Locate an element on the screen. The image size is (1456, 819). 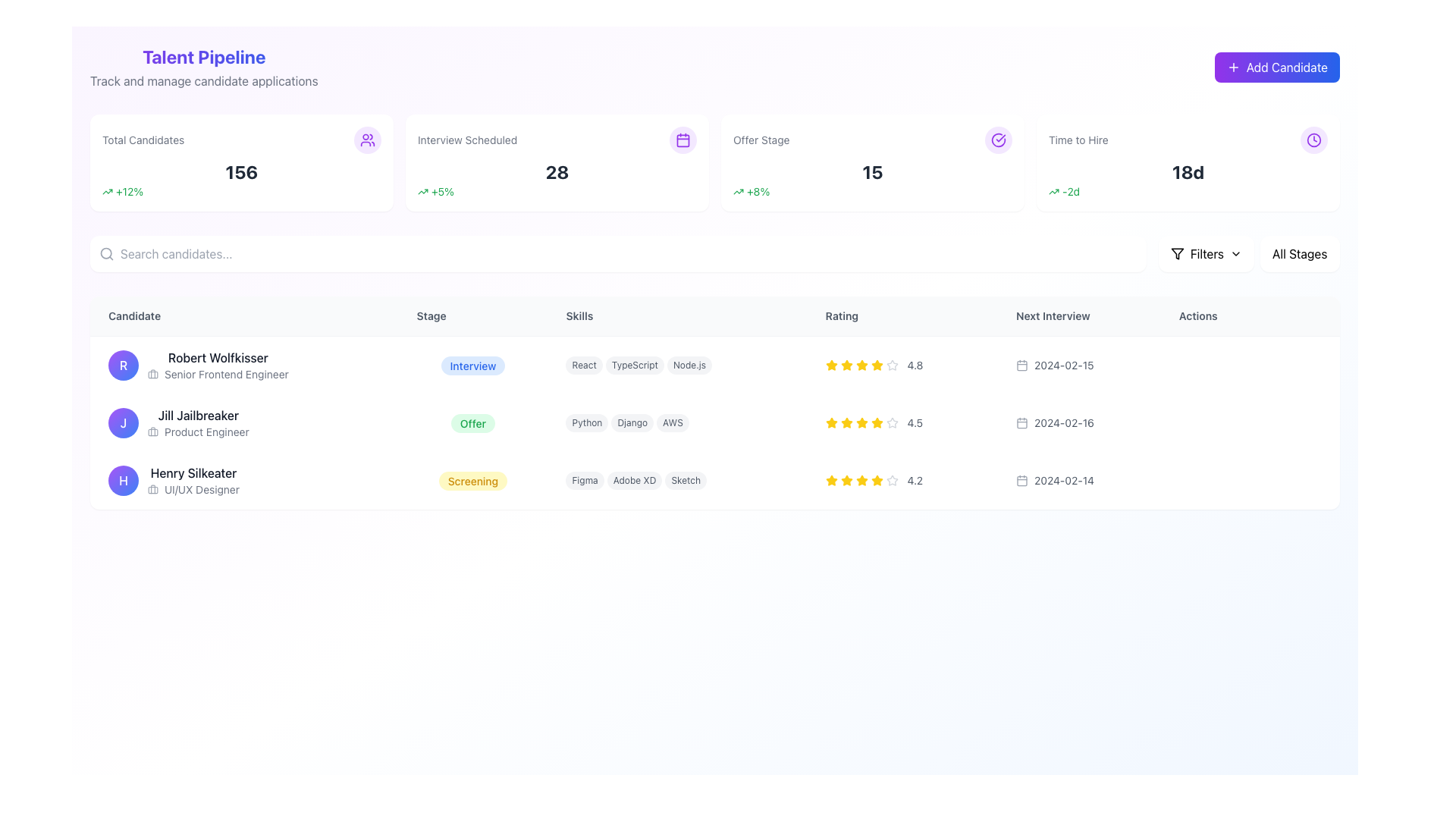
the Decorative Icon, which serves as a visual indicator for the search functionality, located on the left side of the search bar area at the top of the main content section is located at coordinates (105, 253).